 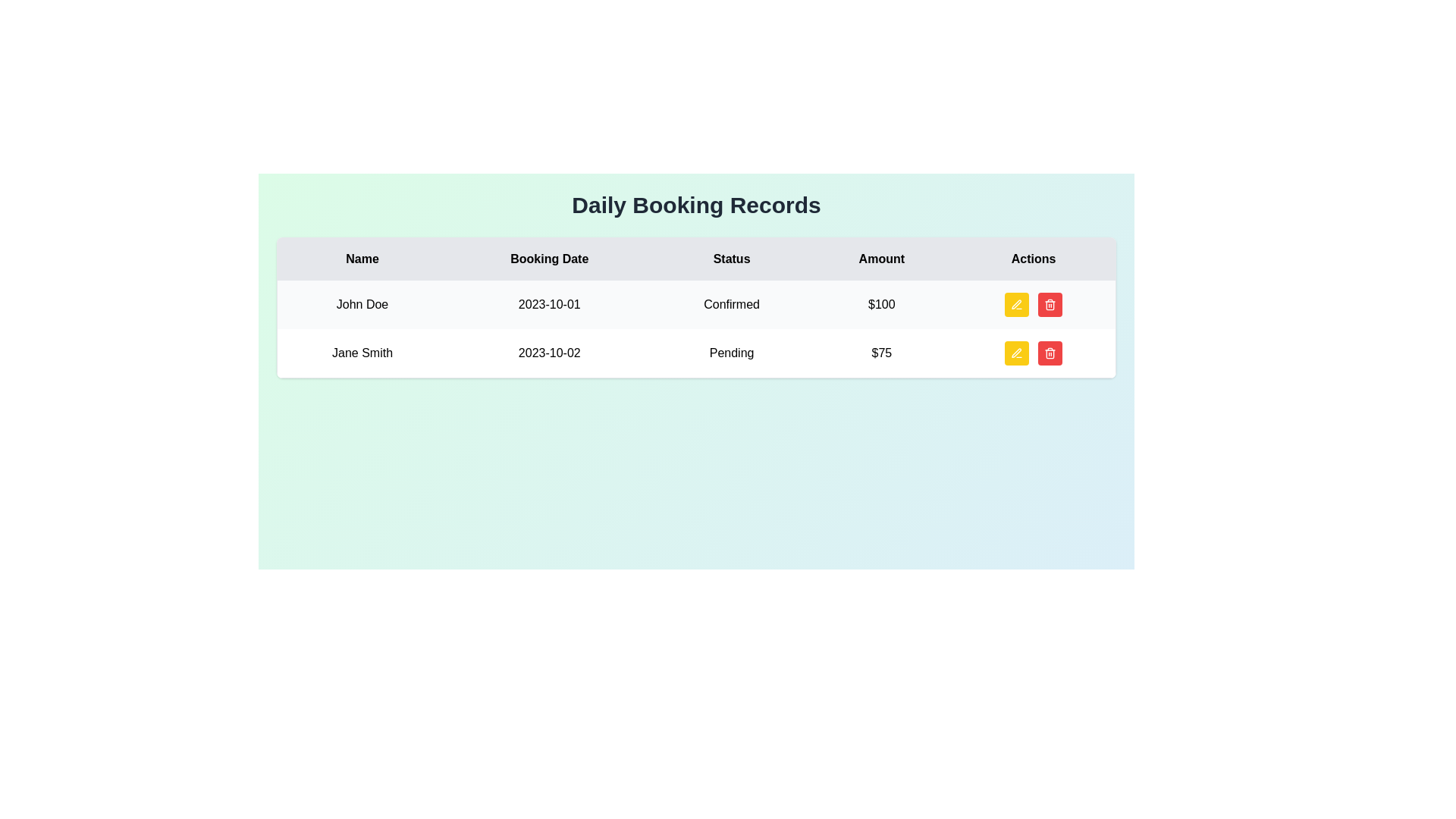 What do you see at coordinates (695, 205) in the screenshot?
I see `the Text heading that serves as a descriptive title for the content displayed below it, which is a table or list of daily booking data` at bounding box center [695, 205].